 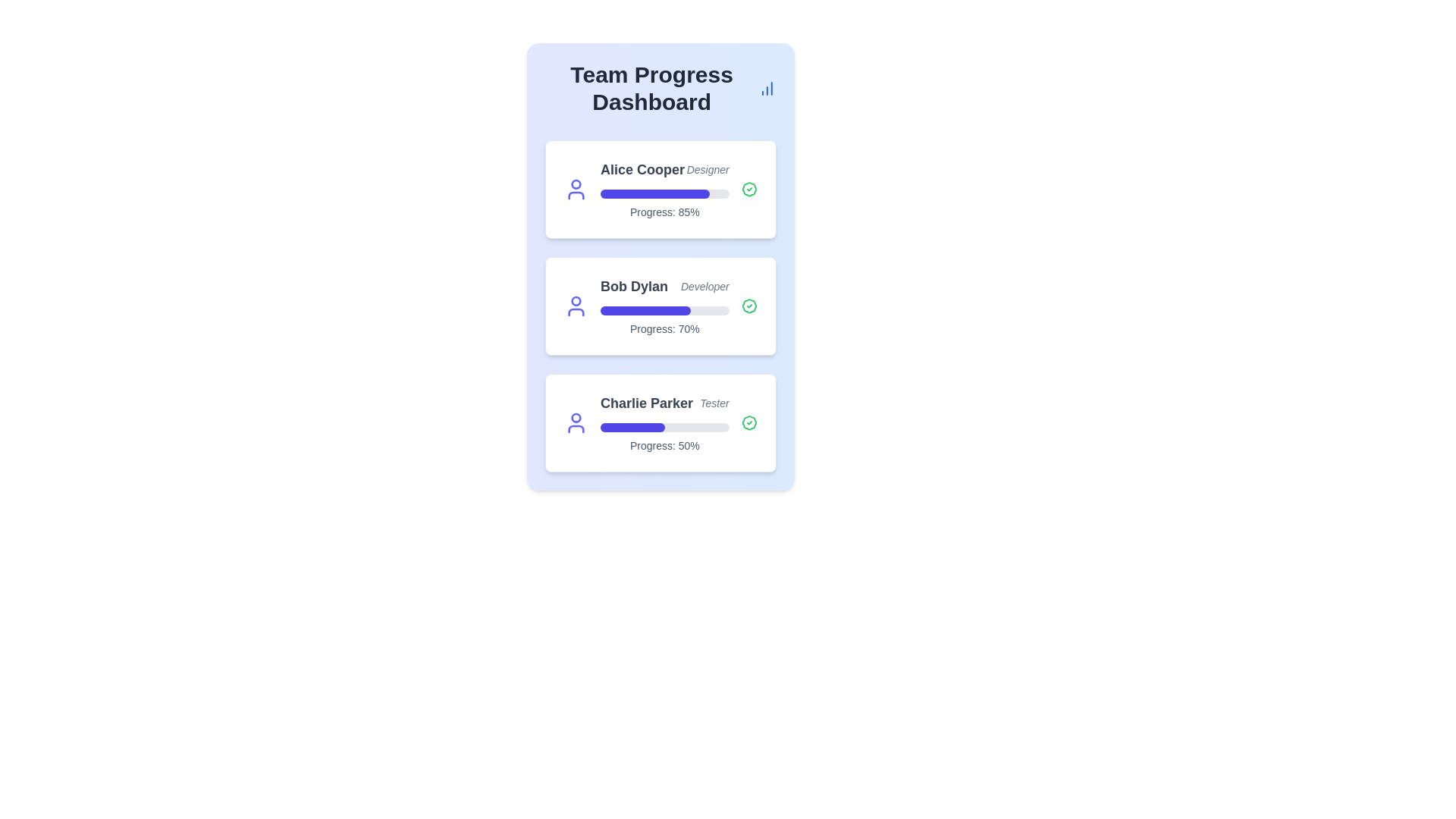 What do you see at coordinates (647, 403) in the screenshot?
I see `name displayed in the text label for individual 'Charlie Parker', located on the third card of the dashboard, just to the left of the subtitle 'Tester'` at bounding box center [647, 403].